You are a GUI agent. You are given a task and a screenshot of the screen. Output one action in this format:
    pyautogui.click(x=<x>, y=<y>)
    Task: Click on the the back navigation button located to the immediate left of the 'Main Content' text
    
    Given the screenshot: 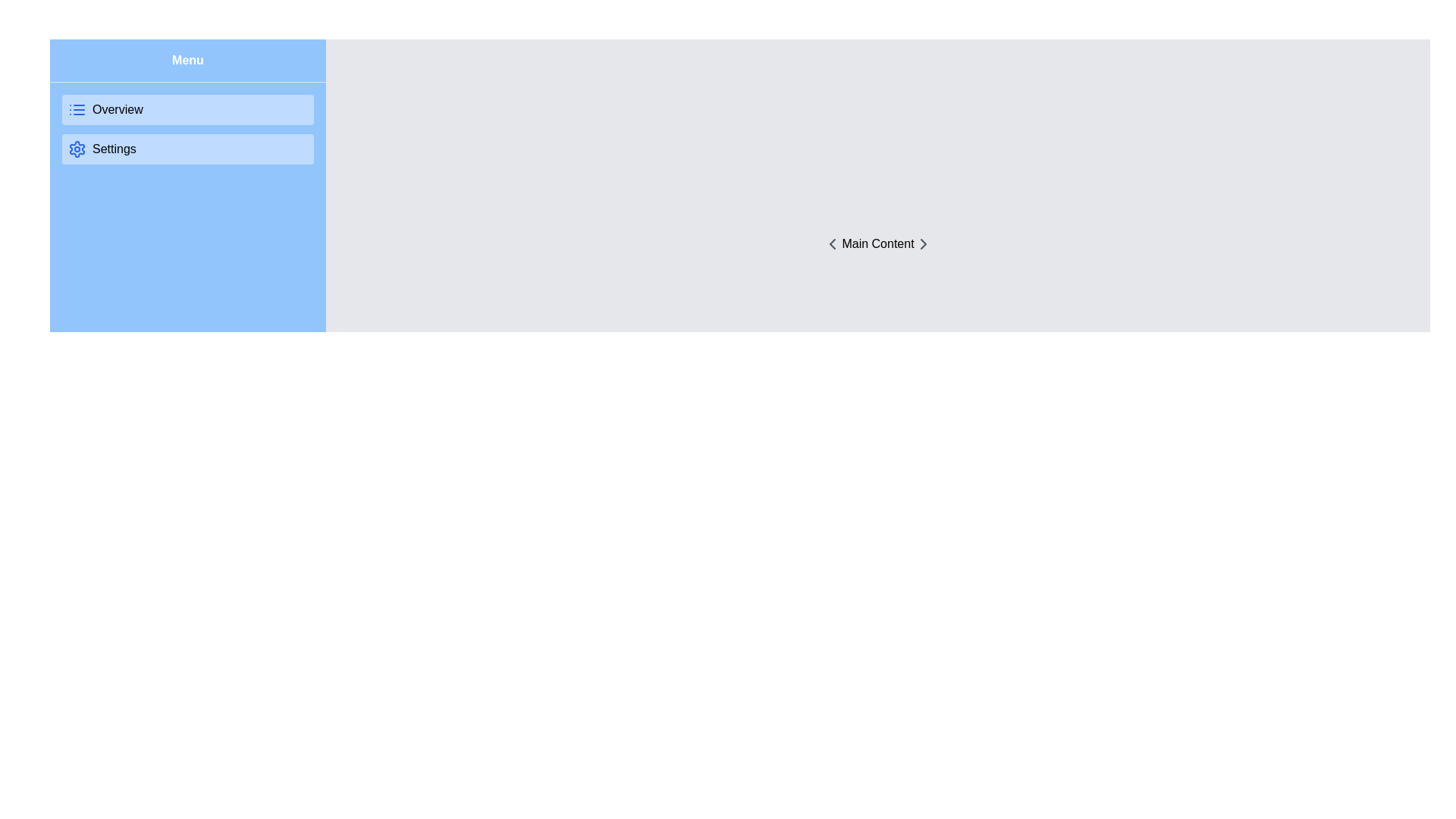 What is the action you would take?
    pyautogui.click(x=832, y=243)
    